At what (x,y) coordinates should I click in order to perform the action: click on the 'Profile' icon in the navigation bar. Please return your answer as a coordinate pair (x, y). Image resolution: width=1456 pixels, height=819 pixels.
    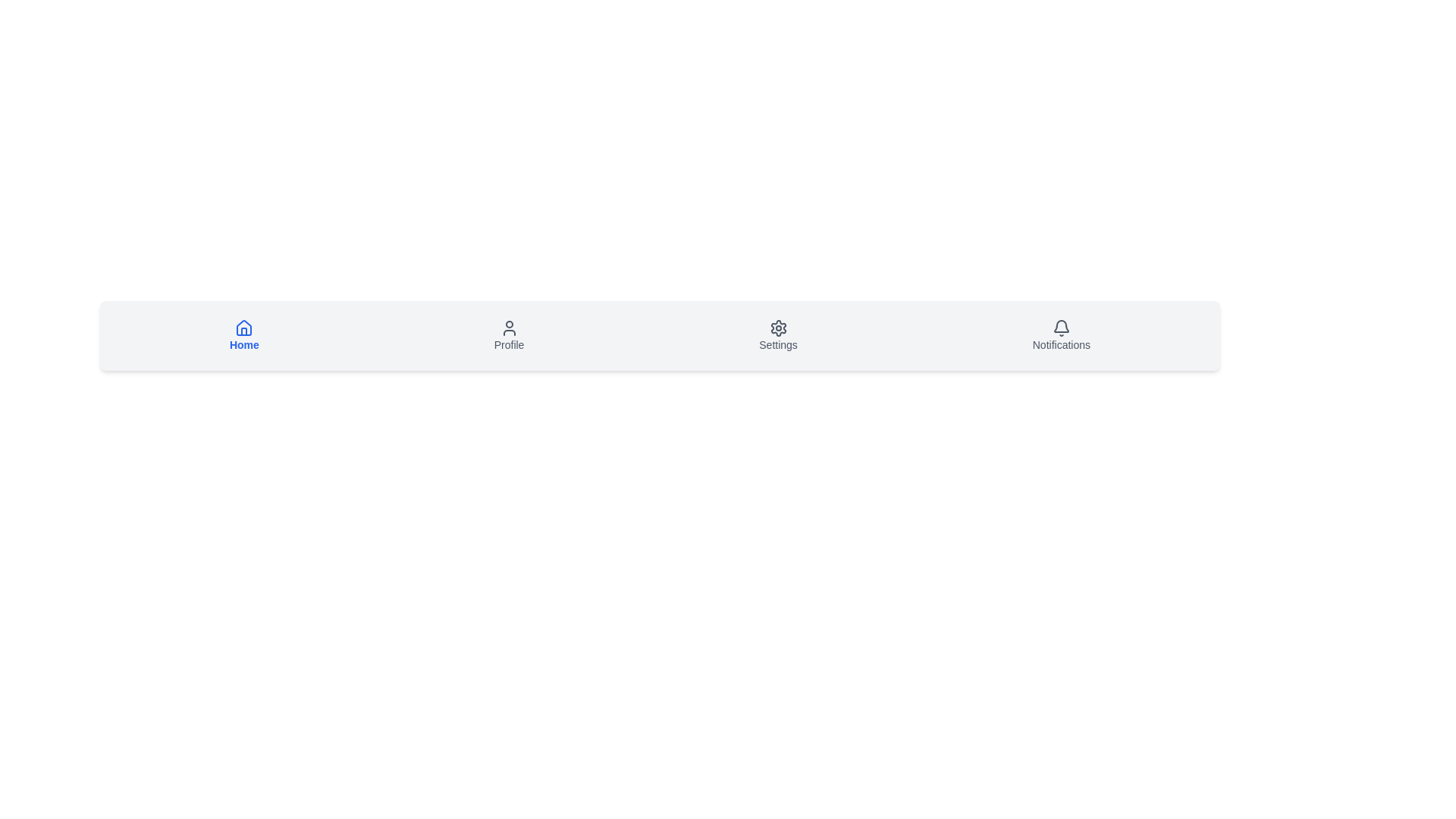
    Looking at the image, I should click on (509, 327).